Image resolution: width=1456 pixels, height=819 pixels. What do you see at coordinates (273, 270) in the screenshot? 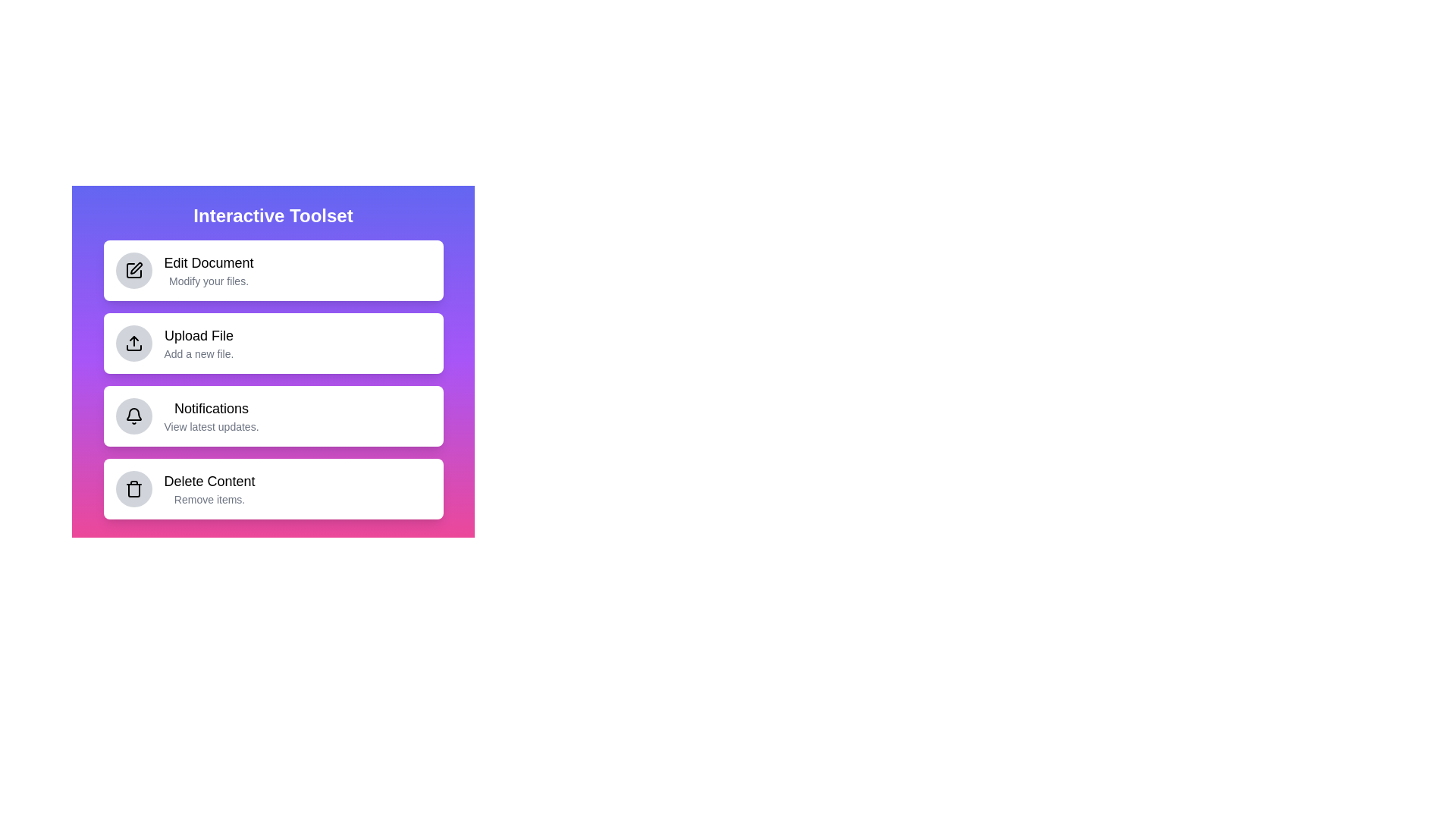
I see `the menu item labeled 'Edit Document' to trigger its animation effect` at bounding box center [273, 270].